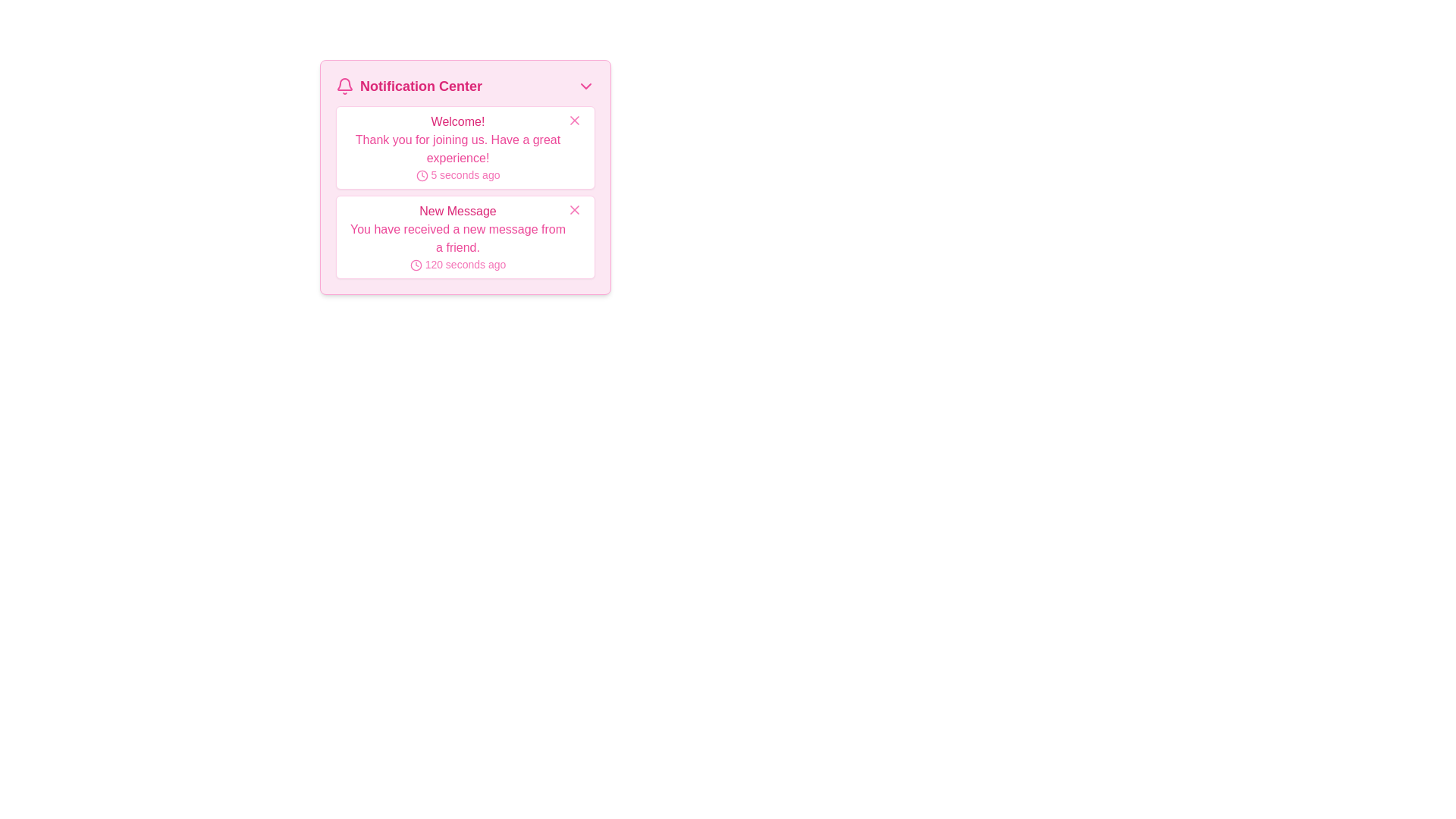 The width and height of the screenshot is (1456, 819). Describe the element at coordinates (574, 119) in the screenshot. I see `the close button located in the top right corner of the 'Welcome!' notification message` at that location.